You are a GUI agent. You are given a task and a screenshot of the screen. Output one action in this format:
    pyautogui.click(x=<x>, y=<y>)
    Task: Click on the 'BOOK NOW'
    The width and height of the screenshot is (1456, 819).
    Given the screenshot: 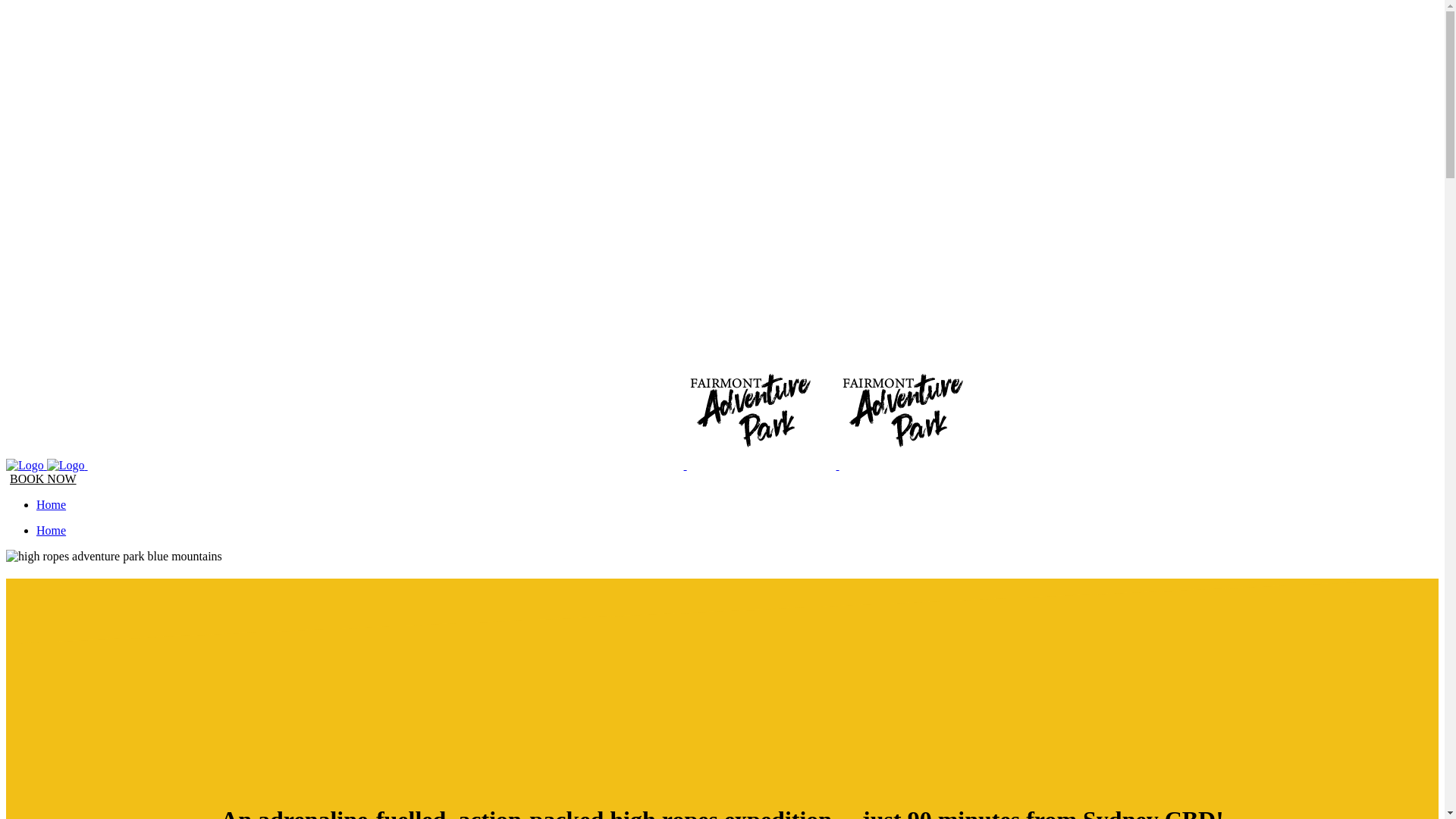 What is the action you would take?
    pyautogui.click(x=43, y=479)
    